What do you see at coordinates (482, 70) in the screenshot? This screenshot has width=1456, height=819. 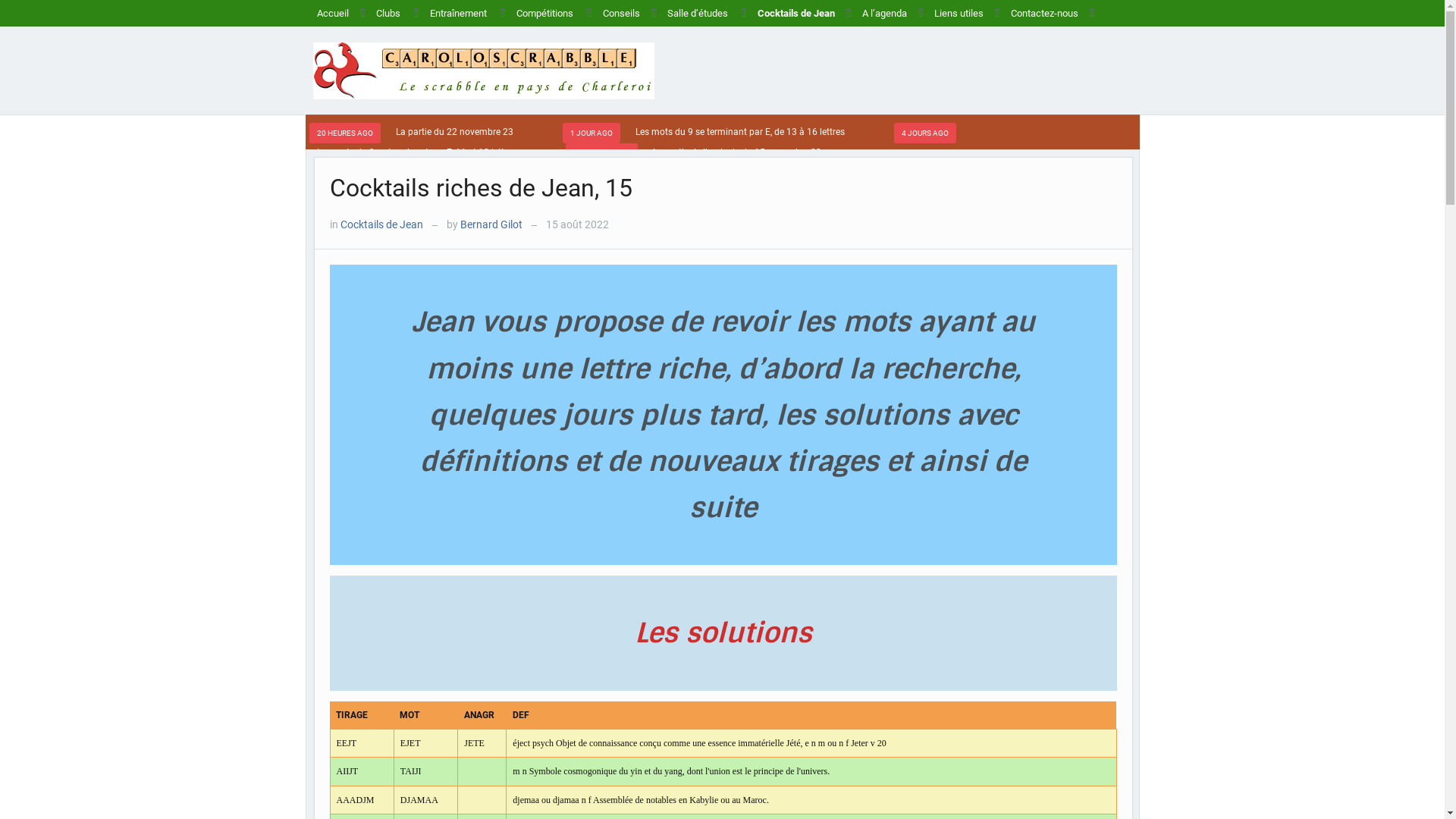 I see `'Le scrabble en pays de Charleroi'` at bounding box center [482, 70].